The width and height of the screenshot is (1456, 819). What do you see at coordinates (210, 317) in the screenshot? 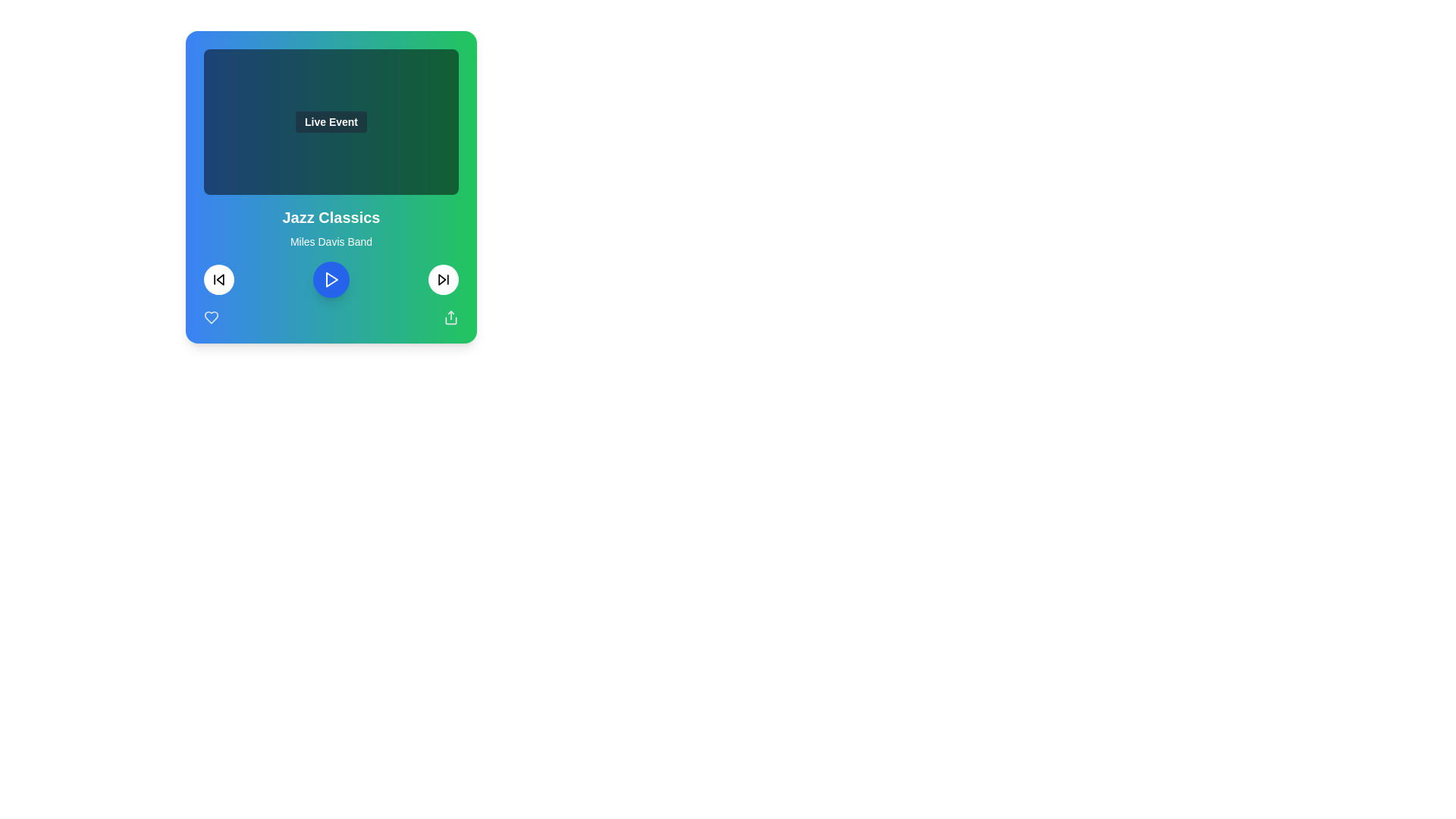
I see `the outlined heart vector icon located in the bottom left corner of the music player card to like or unlike the item` at bounding box center [210, 317].